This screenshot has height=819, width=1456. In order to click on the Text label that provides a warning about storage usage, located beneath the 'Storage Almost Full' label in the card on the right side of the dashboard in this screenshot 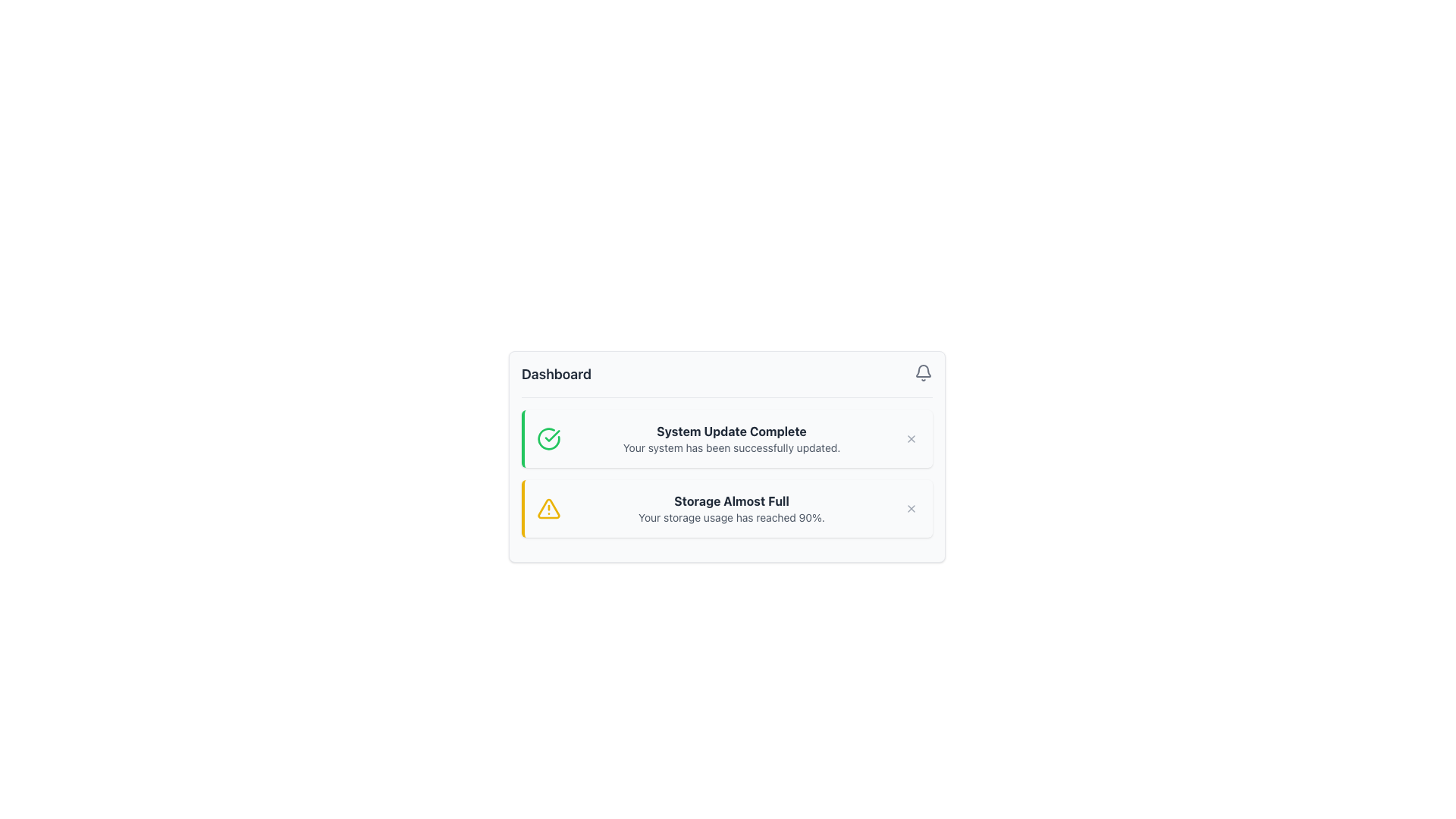, I will do `click(731, 516)`.